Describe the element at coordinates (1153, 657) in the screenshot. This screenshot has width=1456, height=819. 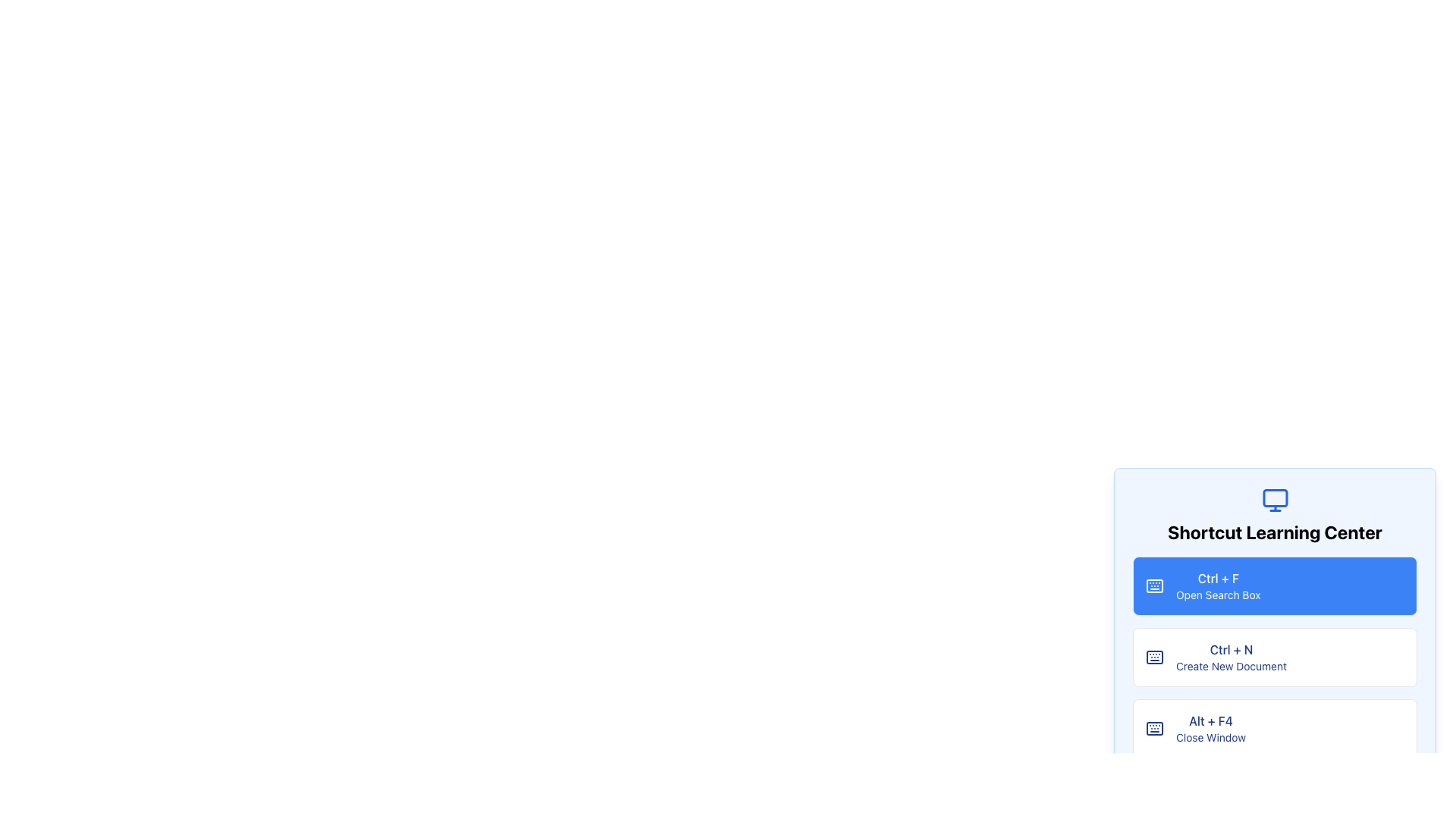
I see `the SVG Rectangle background element of the keyboard icon located within the blue button labeled 'Ctrl + F' in the 'Shortcut Learning Center' section` at that location.